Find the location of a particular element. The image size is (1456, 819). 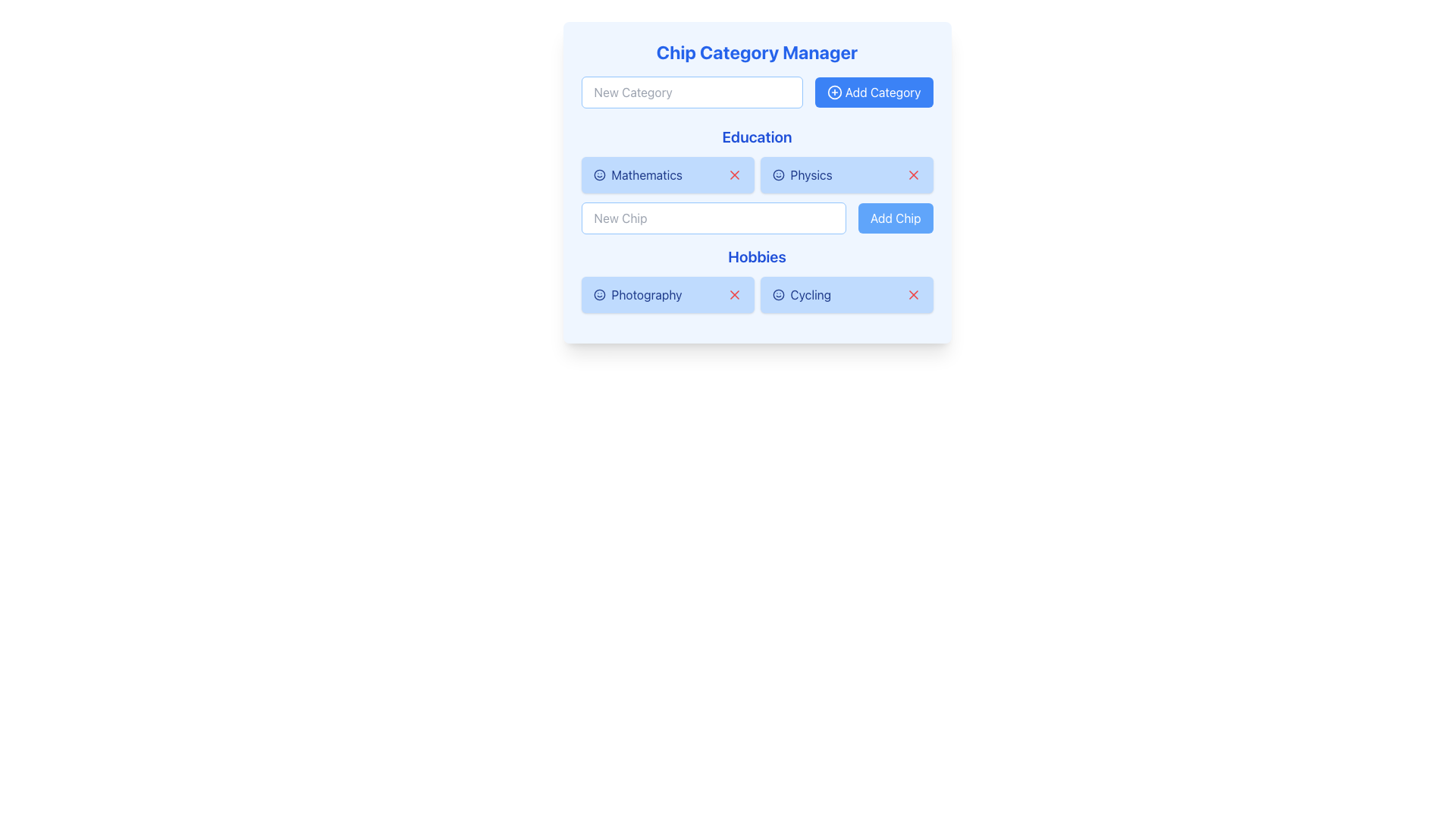

the delete button located on the far right of the 'Mathematics' chip is located at coordinates (734, 174).